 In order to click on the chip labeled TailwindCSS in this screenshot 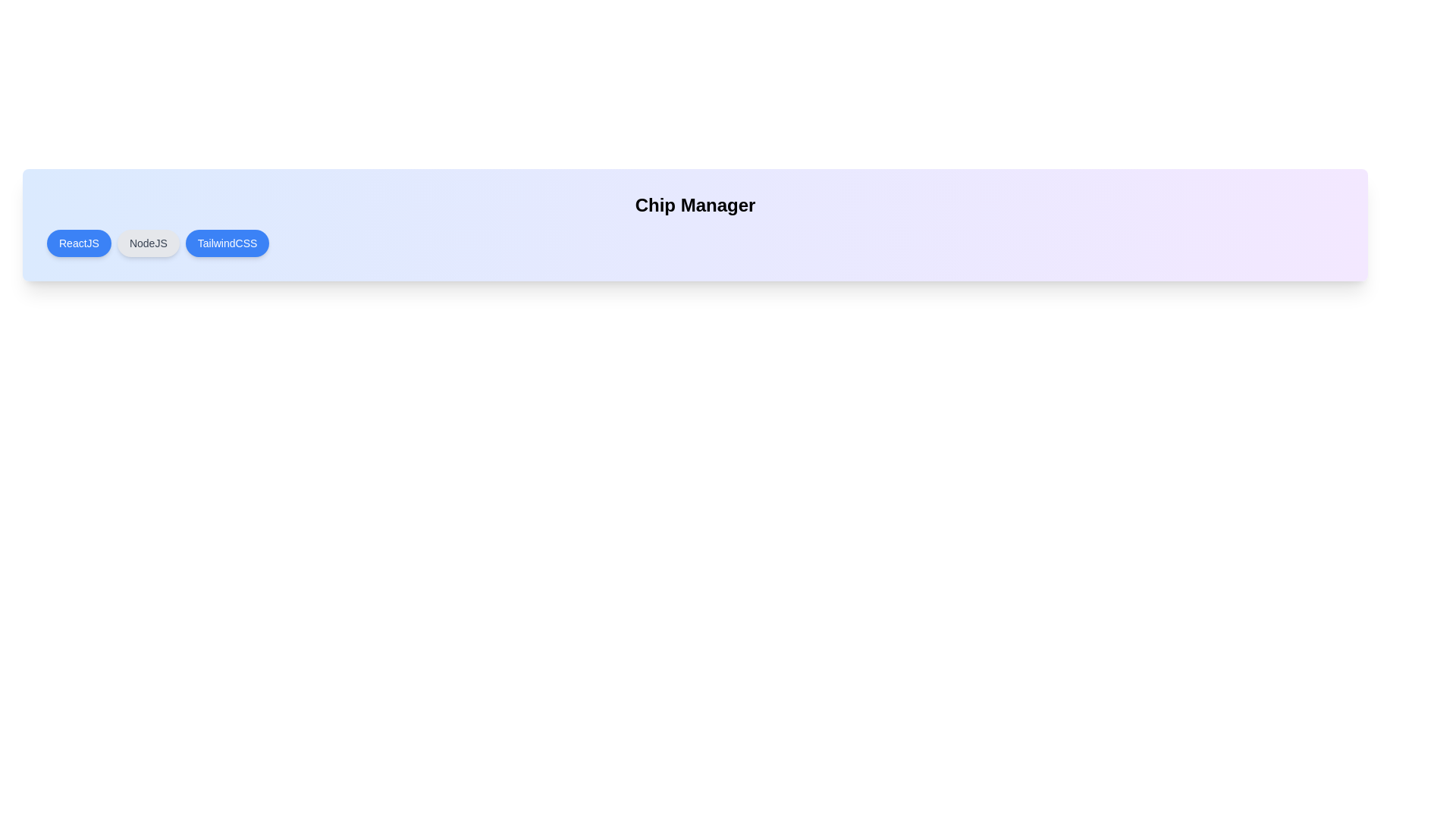, I will do `click(227, 242)`.